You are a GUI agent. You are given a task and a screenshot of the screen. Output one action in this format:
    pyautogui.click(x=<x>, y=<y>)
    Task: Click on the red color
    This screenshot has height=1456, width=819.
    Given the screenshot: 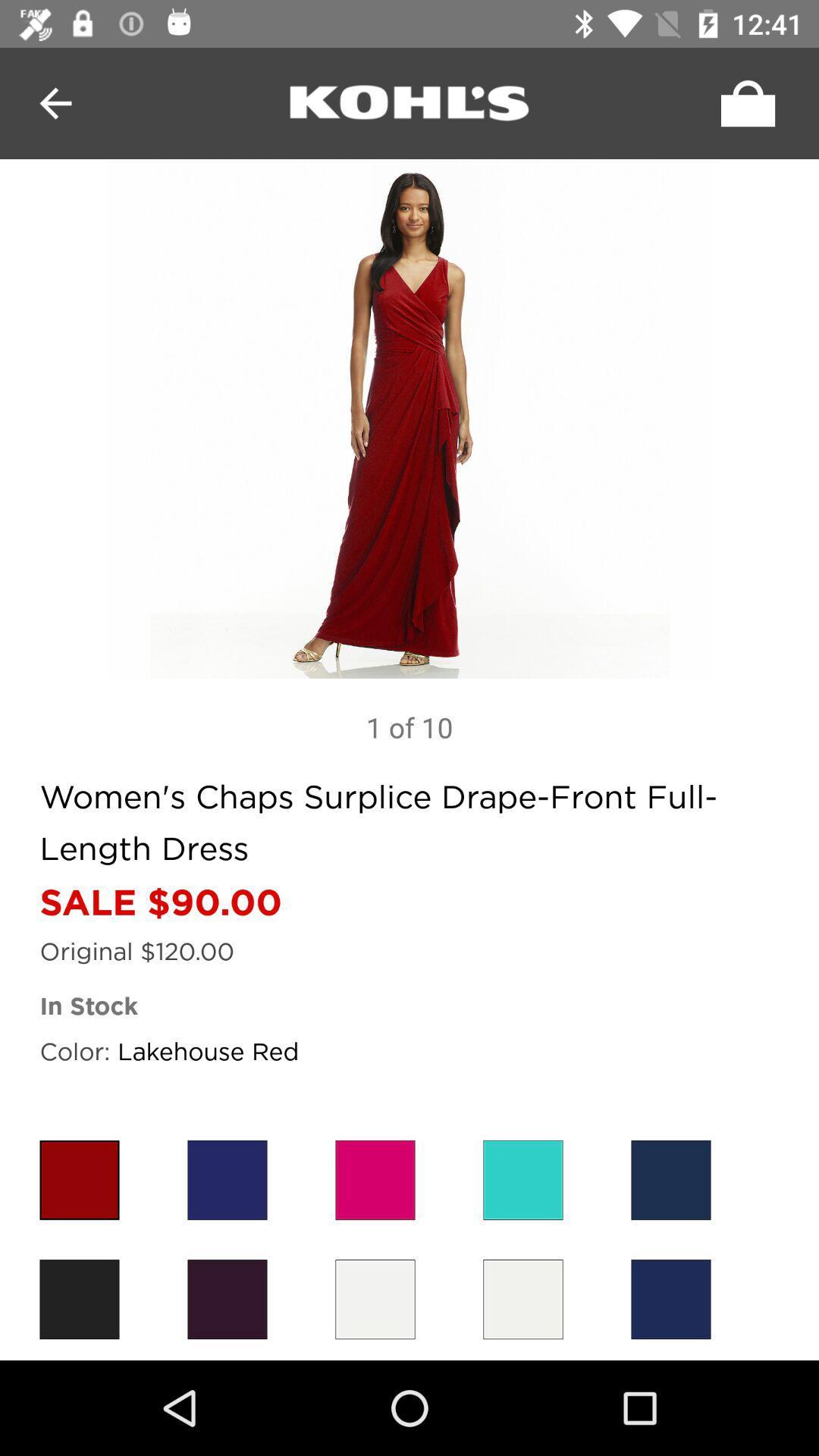 What is the action you would take?
    pyautogui.click(x=375, y=1179)
    